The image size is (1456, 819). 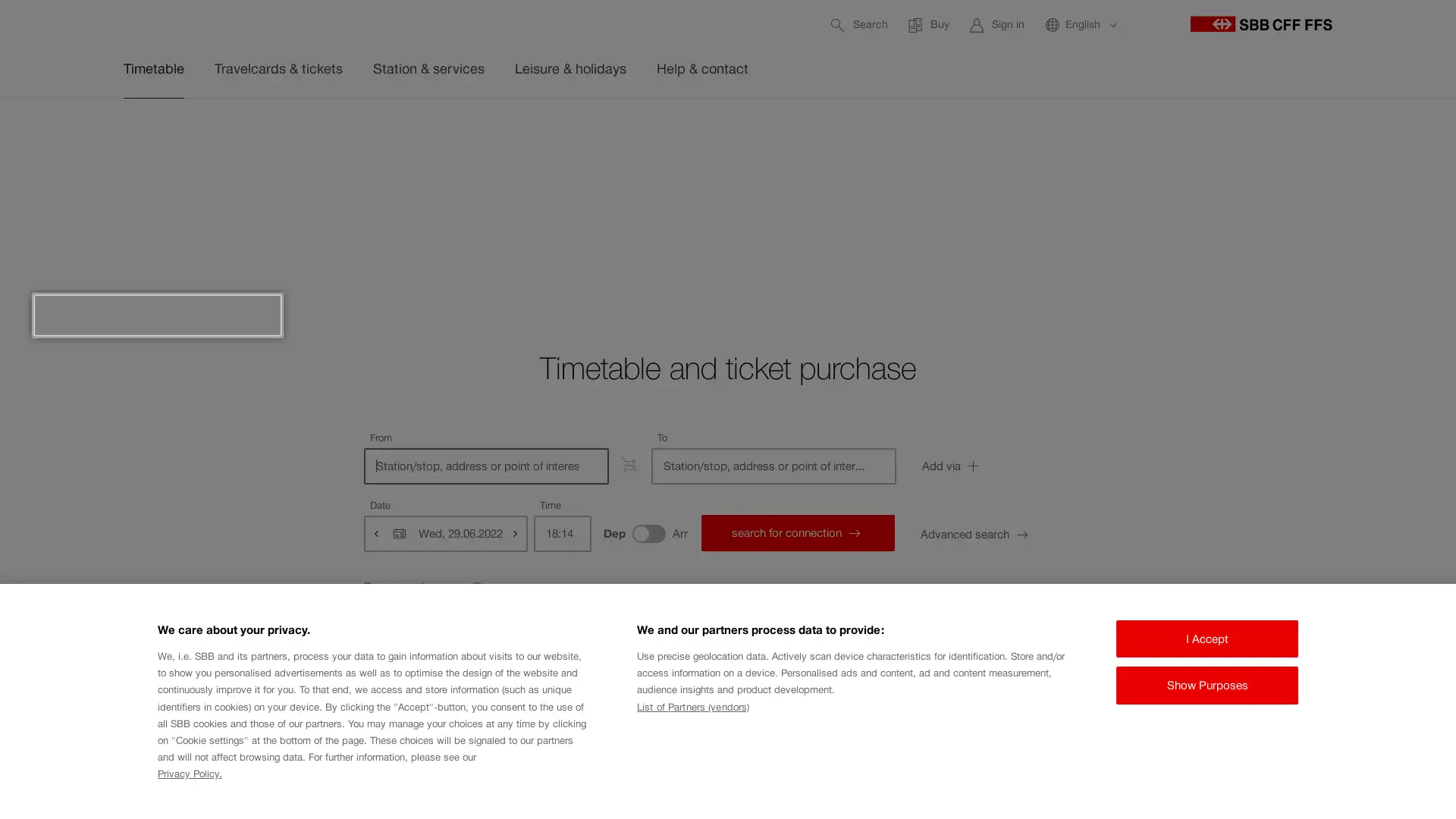 I want to click on Close active menu item Travelcards & tickets., so click(x=1350, y=133).